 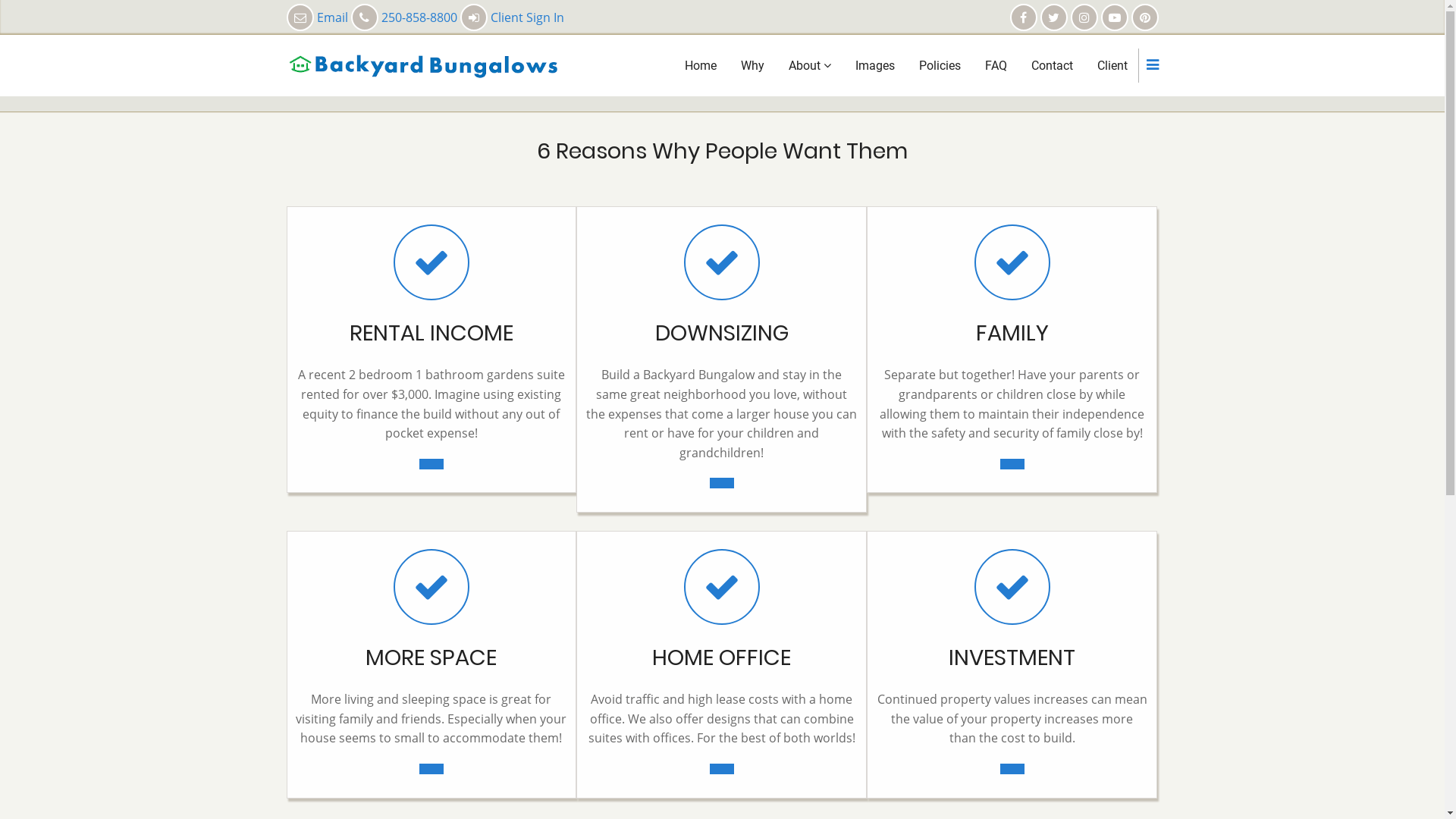 I want to click on 'Skip to main content', so click(x=0, y=0).